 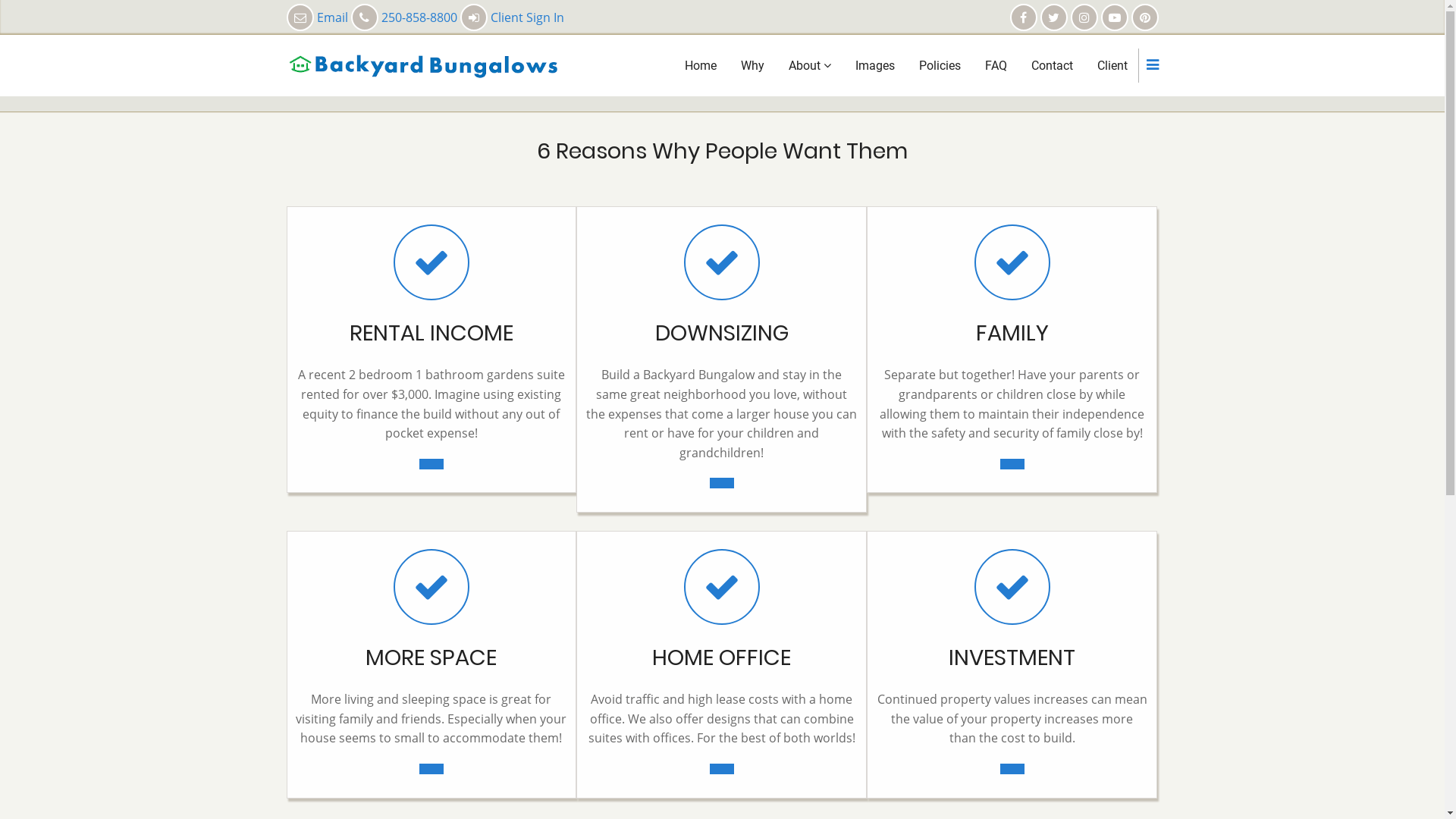 I want to click on 'Skip to main content', so click(x=0, y=0).